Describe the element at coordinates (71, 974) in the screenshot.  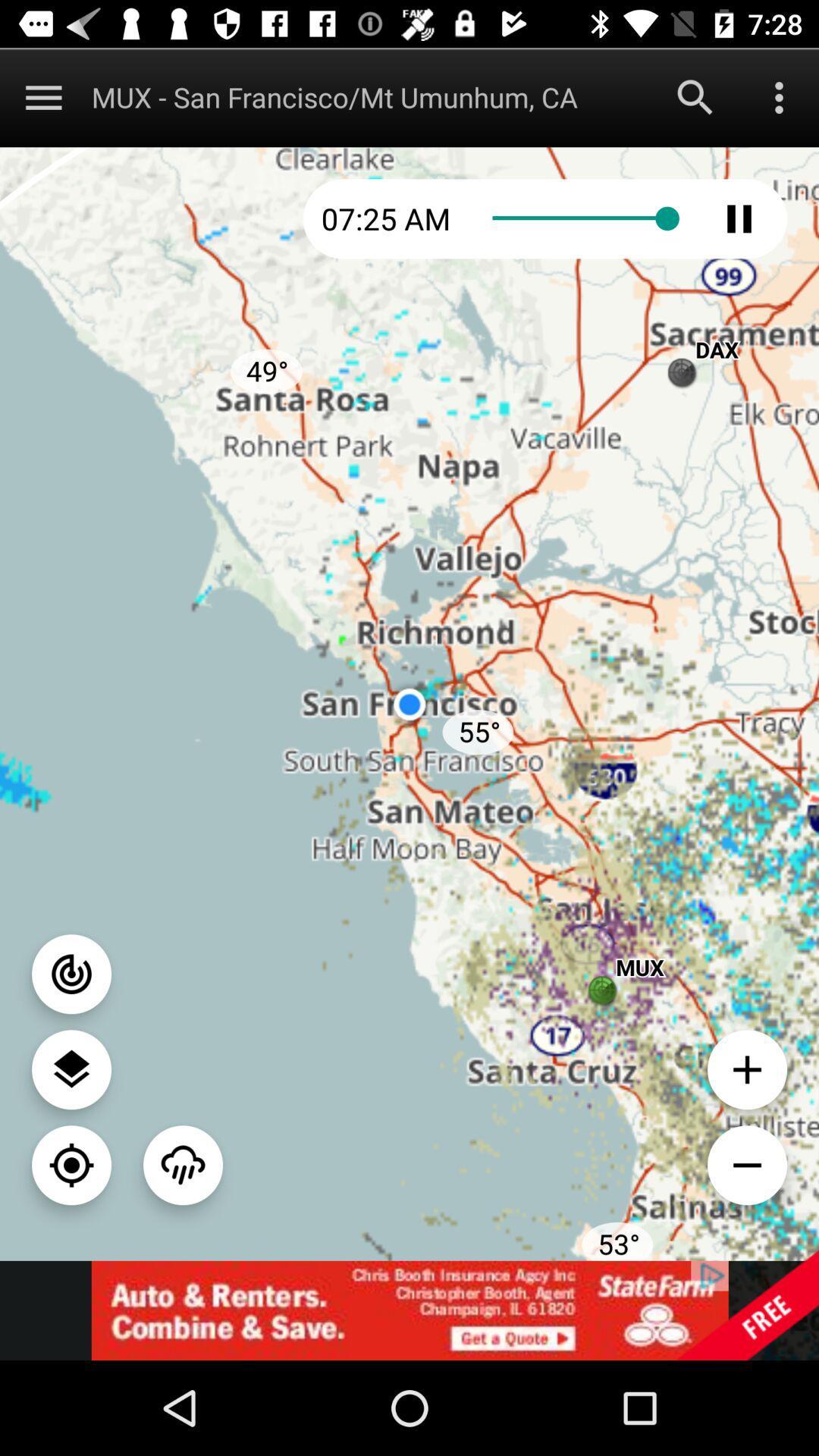
I see `the power icon` at that location.